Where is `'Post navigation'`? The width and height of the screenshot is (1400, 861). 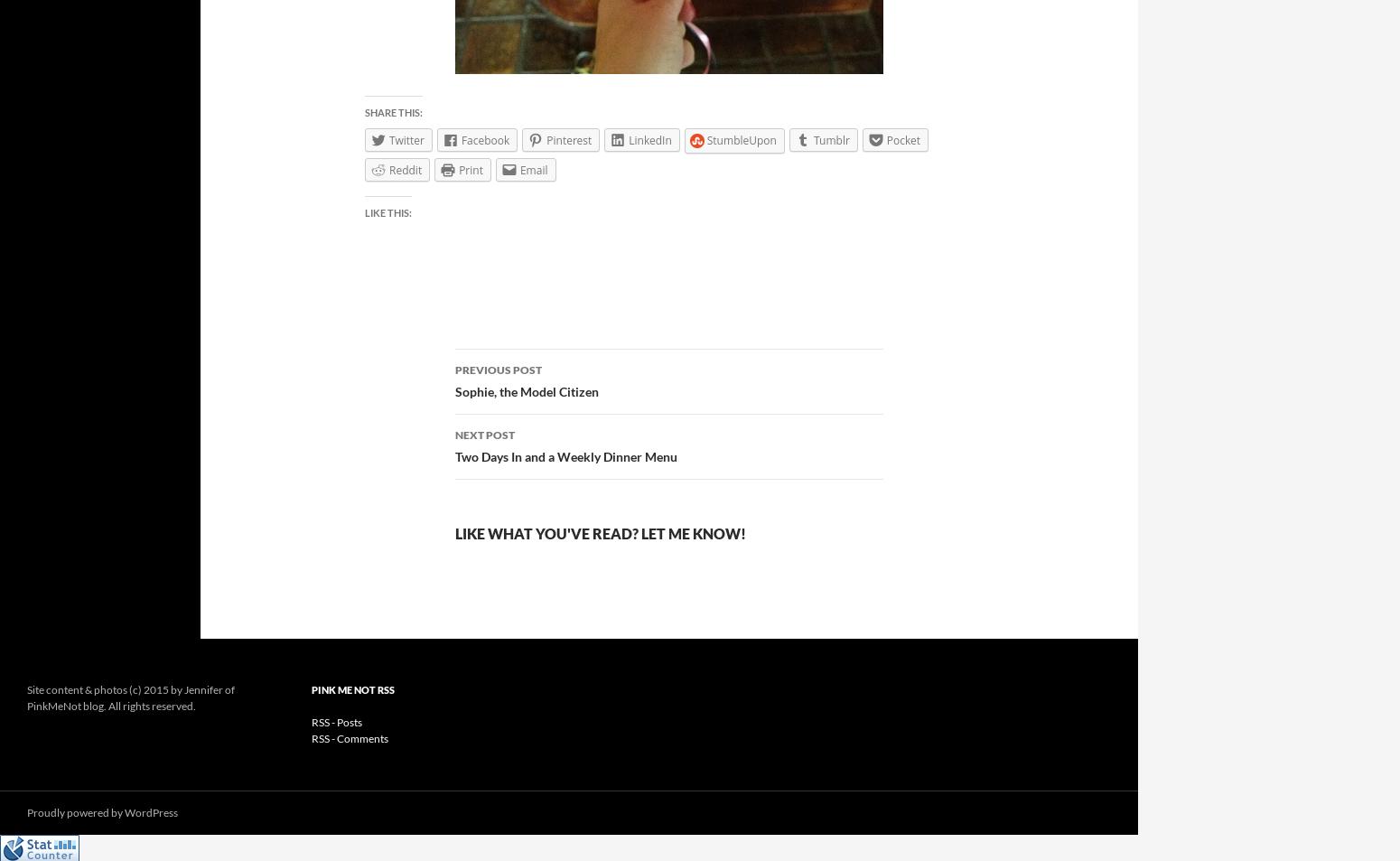 'Post navigation' is located at coordinates (537, 396).